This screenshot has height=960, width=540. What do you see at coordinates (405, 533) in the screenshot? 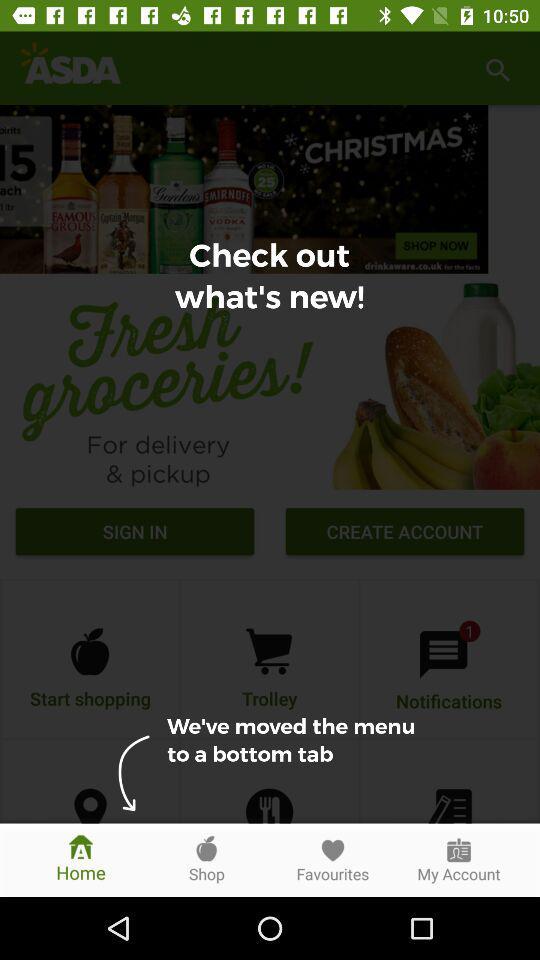
I see `the create account icon` at bounding box center [405, 533].